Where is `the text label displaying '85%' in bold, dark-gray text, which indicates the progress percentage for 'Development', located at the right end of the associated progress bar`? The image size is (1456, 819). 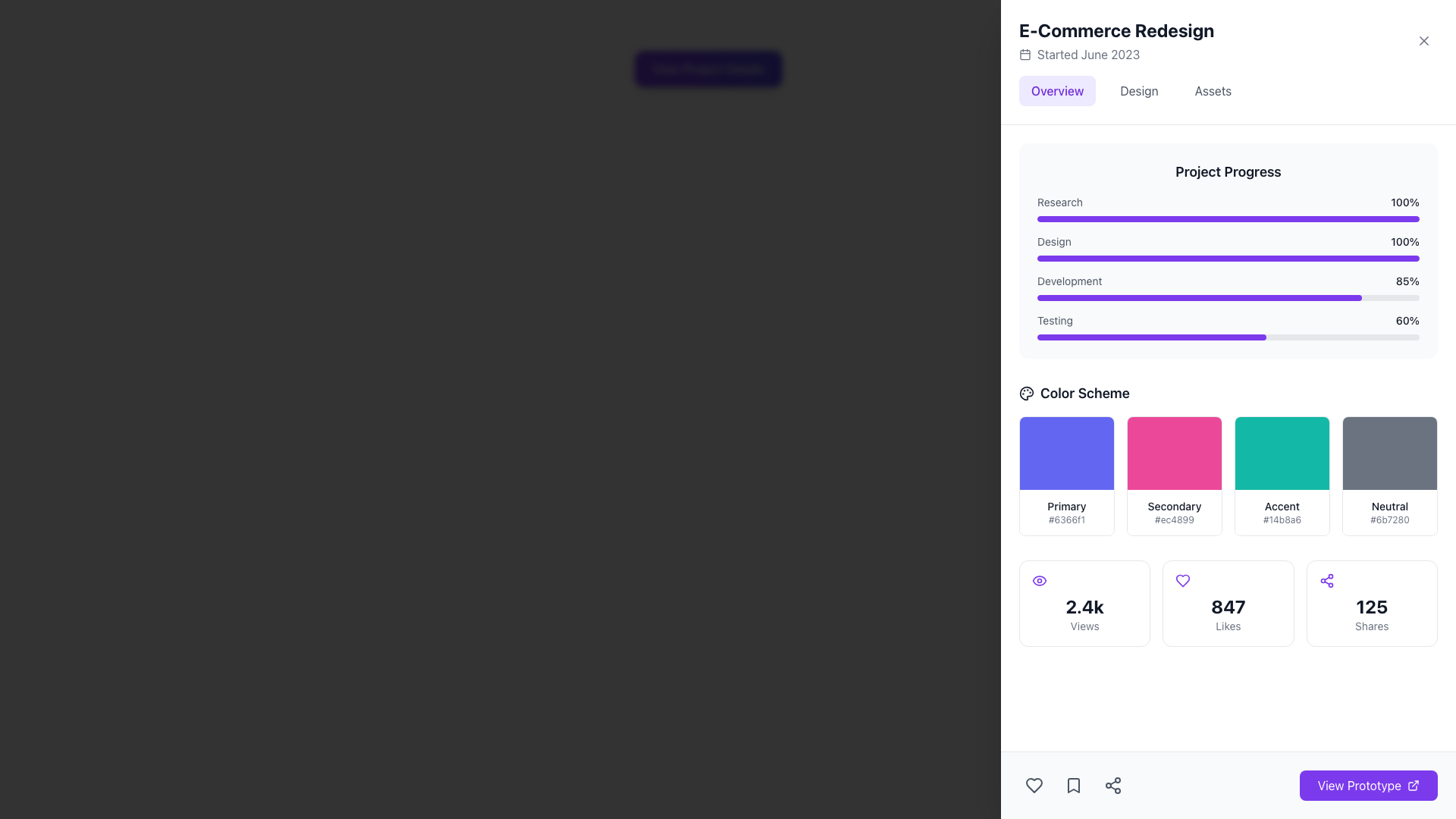
the text label displaying '85%' in bold, dark-gray text, which indicates the progress percentage for 'Development', located at the right end of the associated progress bar is located at coordinates (1407, 281).